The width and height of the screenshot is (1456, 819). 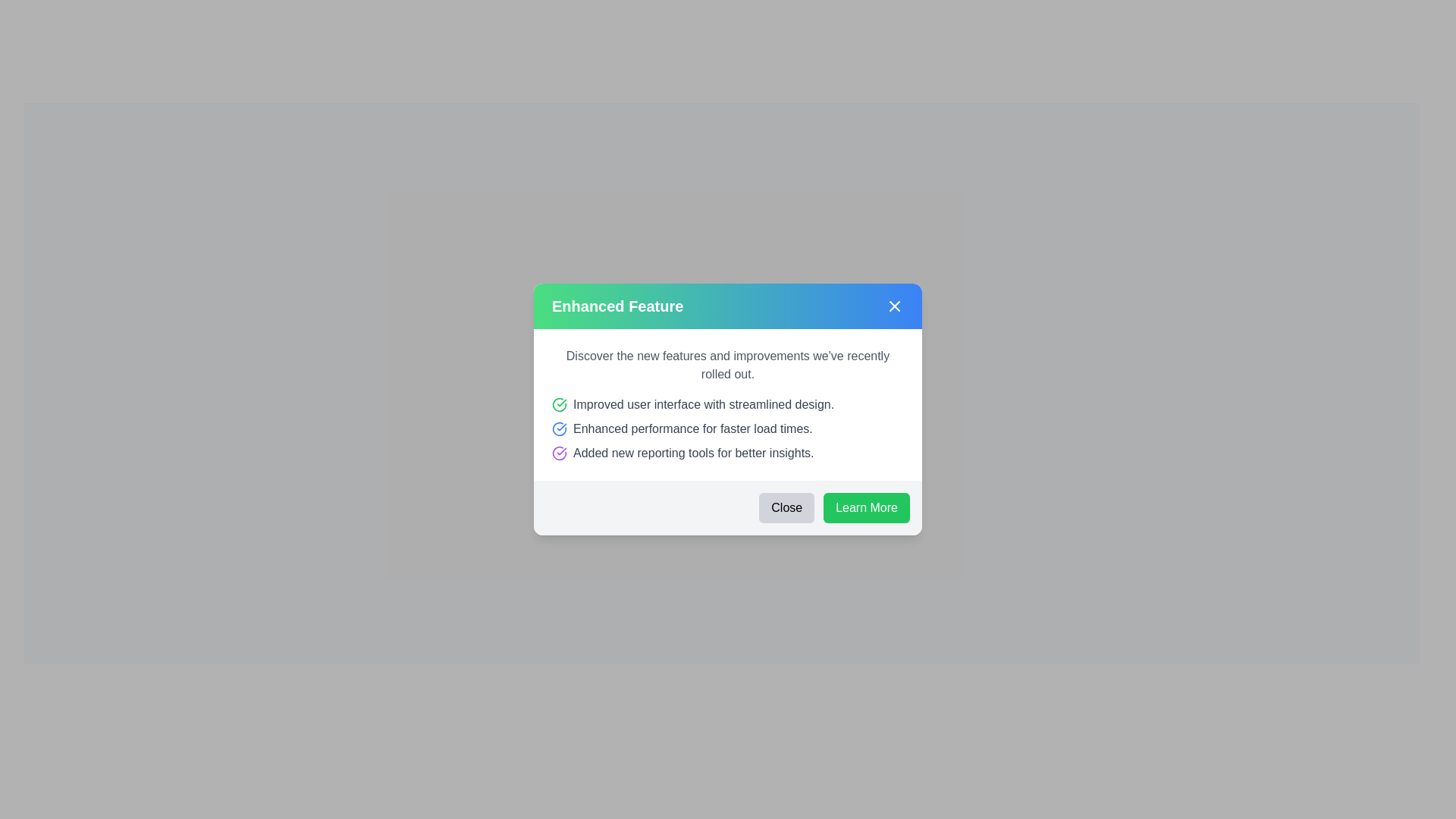 I want to click on the Text label that serves as the title of the modal dialog, positioned at the top-left of the header bar, so click(x=617, y=306).